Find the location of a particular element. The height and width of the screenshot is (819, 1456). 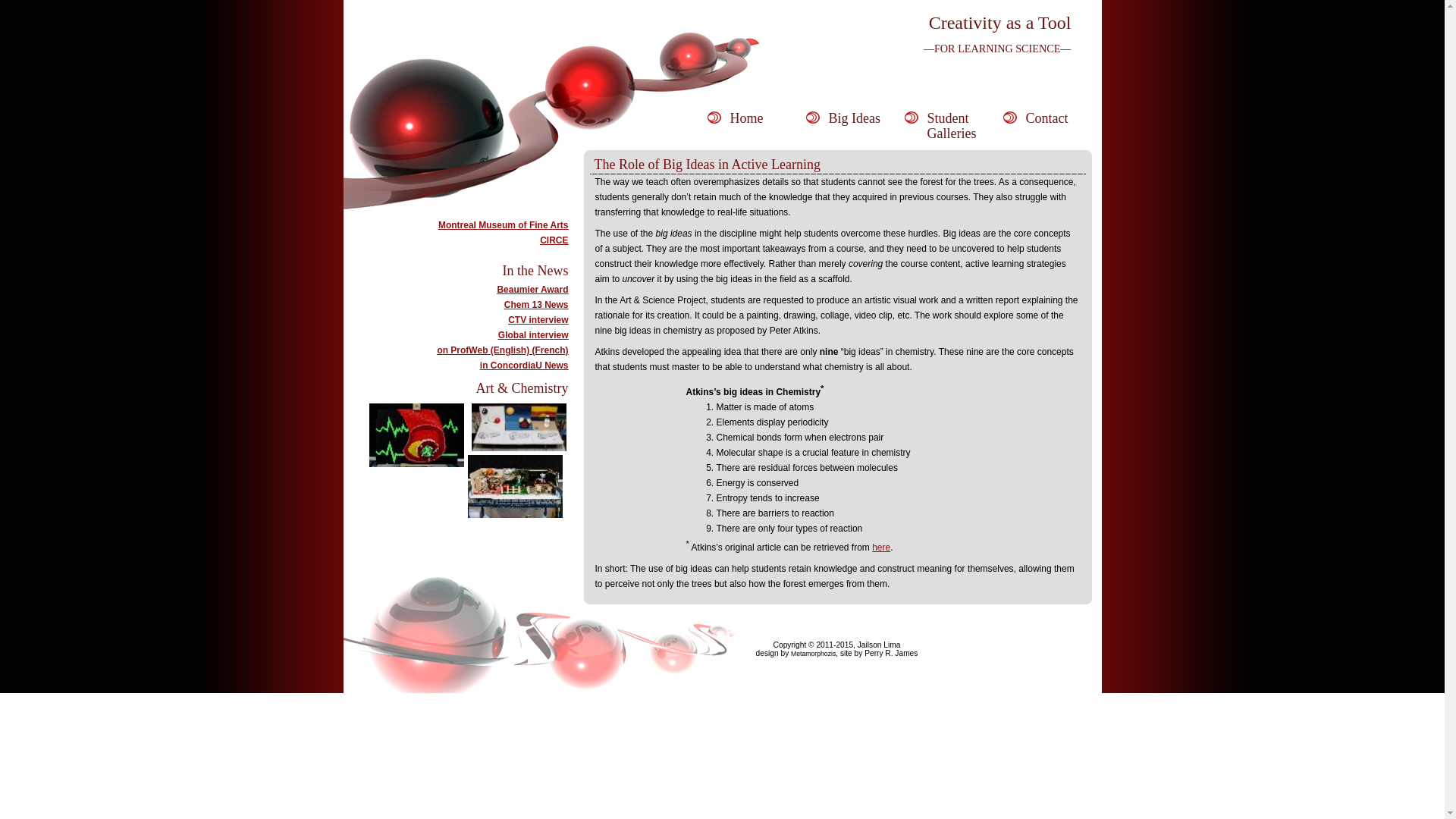

'Beaumier Award' is located at coordinates (532, 289).